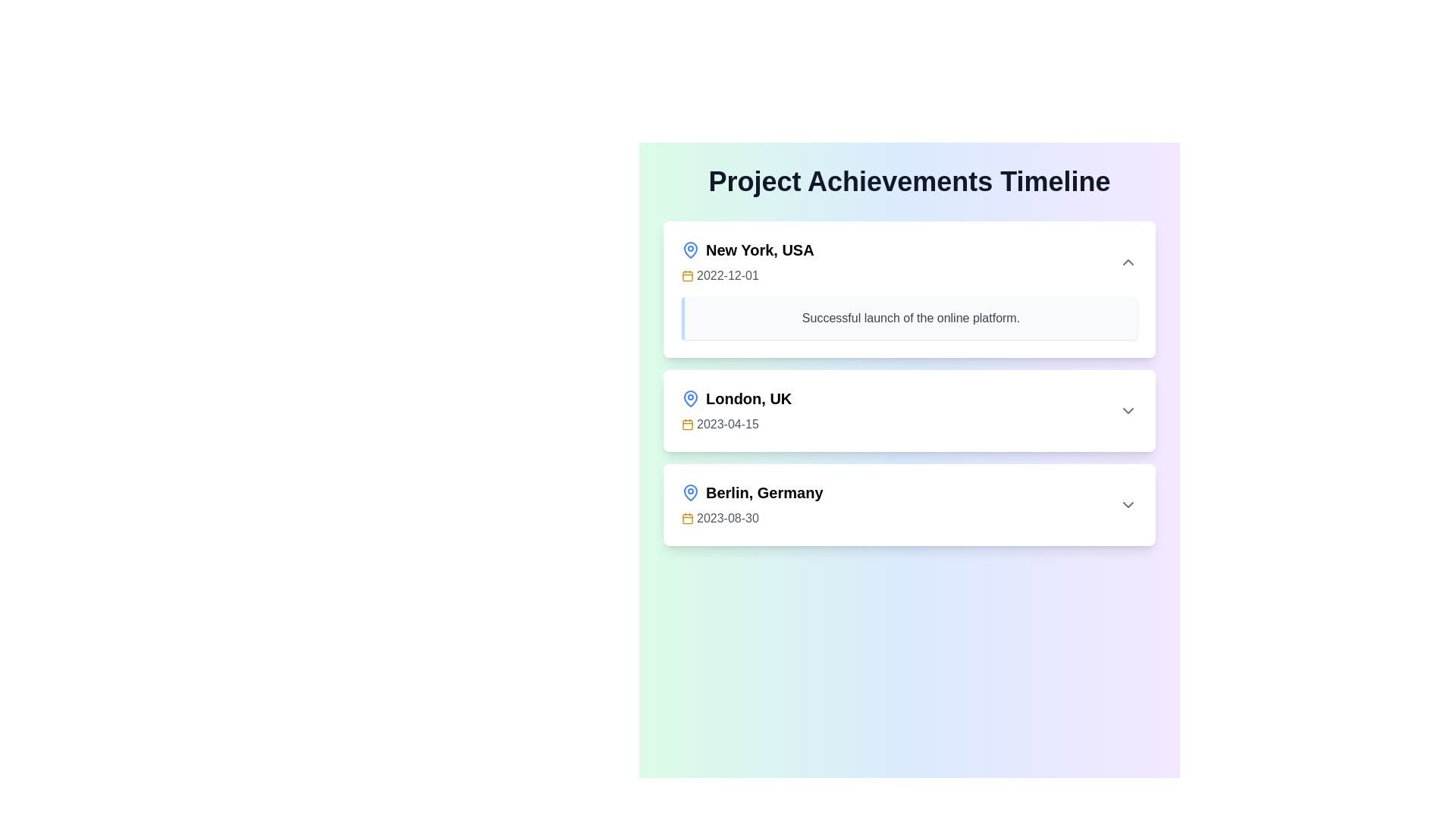  What do you see at coordinates (690, 493) in the screenshot?
I see `the blue-colored map pin icon located to the left of the text 'Berlin, Germany' at the bottommost section of the timeline entries` at bounding box center [690, 493].